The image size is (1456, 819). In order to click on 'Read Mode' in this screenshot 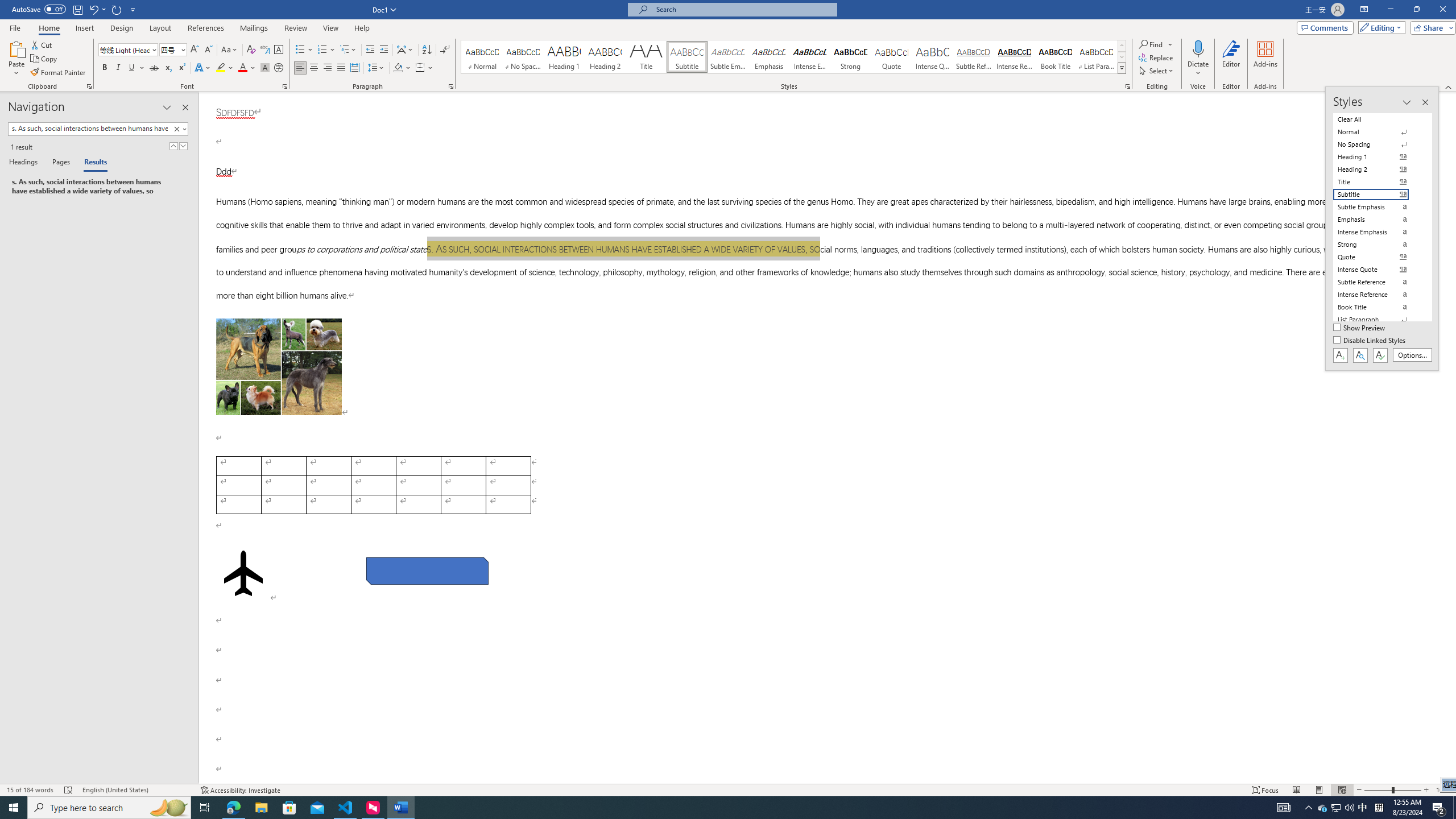, I will do `click(1296, 790)`.